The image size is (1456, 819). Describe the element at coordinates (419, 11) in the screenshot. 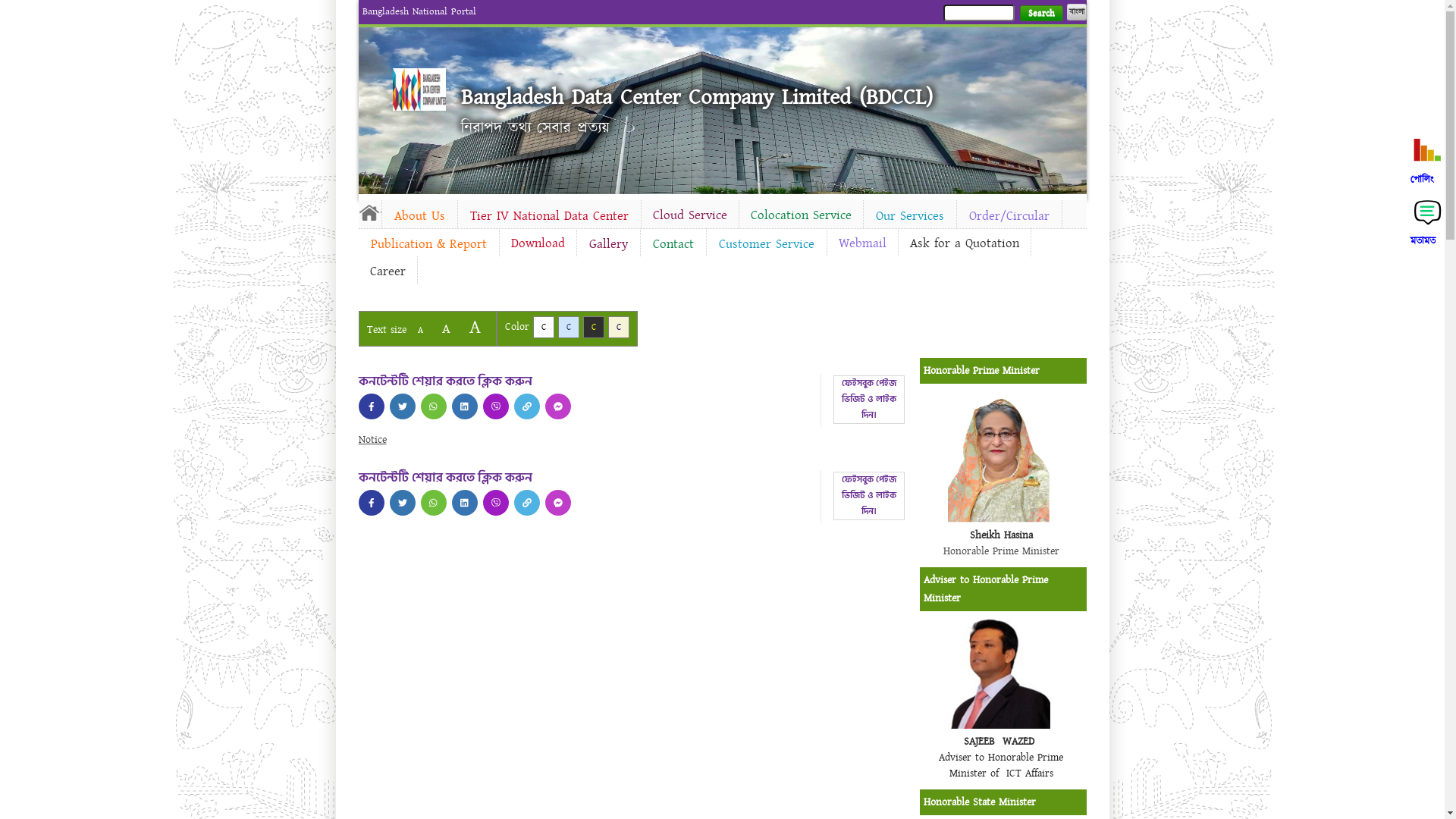

I see `'Bangladesh National Portal'` at that location.